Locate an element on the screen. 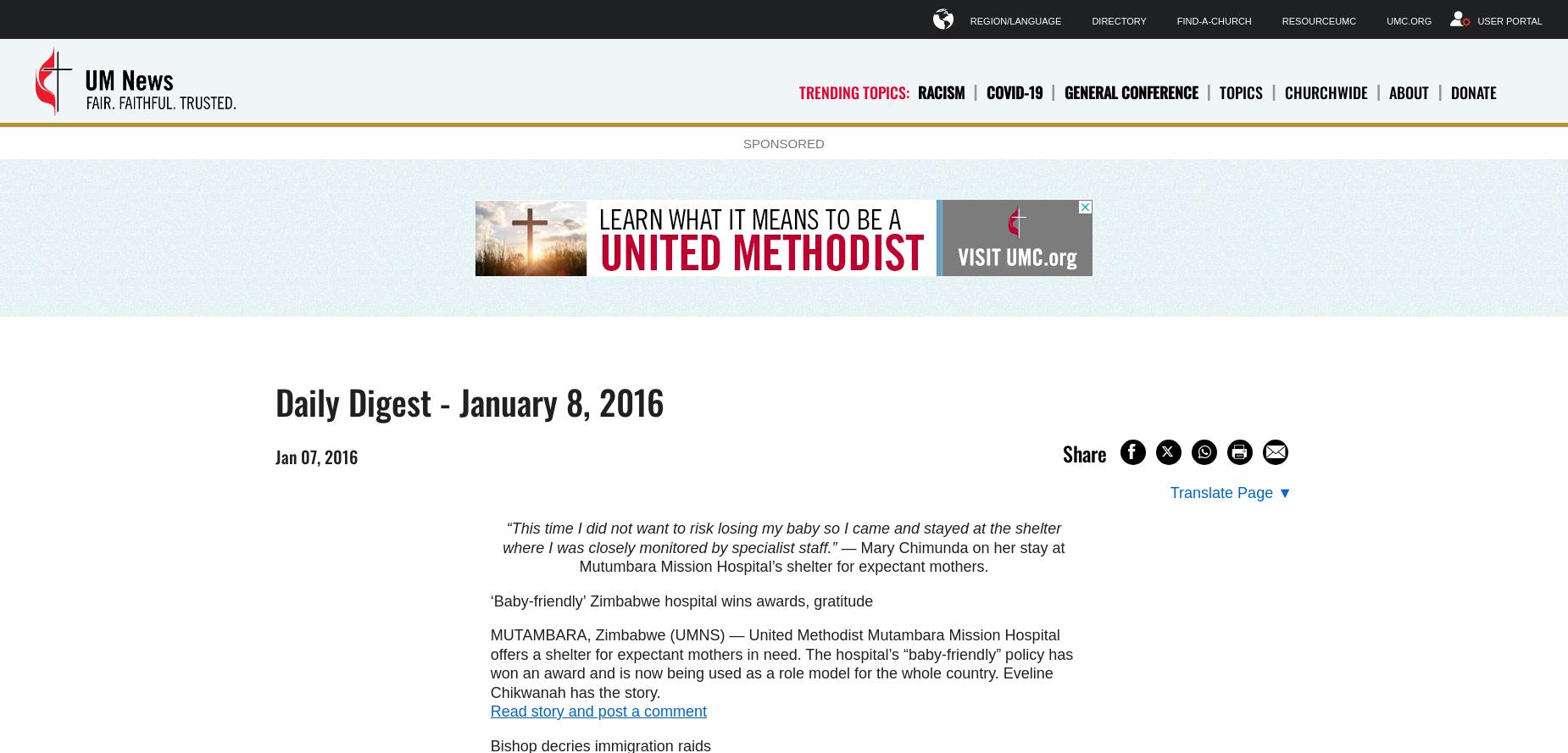  'Churchwide' is located at coordinates (1283, 91).